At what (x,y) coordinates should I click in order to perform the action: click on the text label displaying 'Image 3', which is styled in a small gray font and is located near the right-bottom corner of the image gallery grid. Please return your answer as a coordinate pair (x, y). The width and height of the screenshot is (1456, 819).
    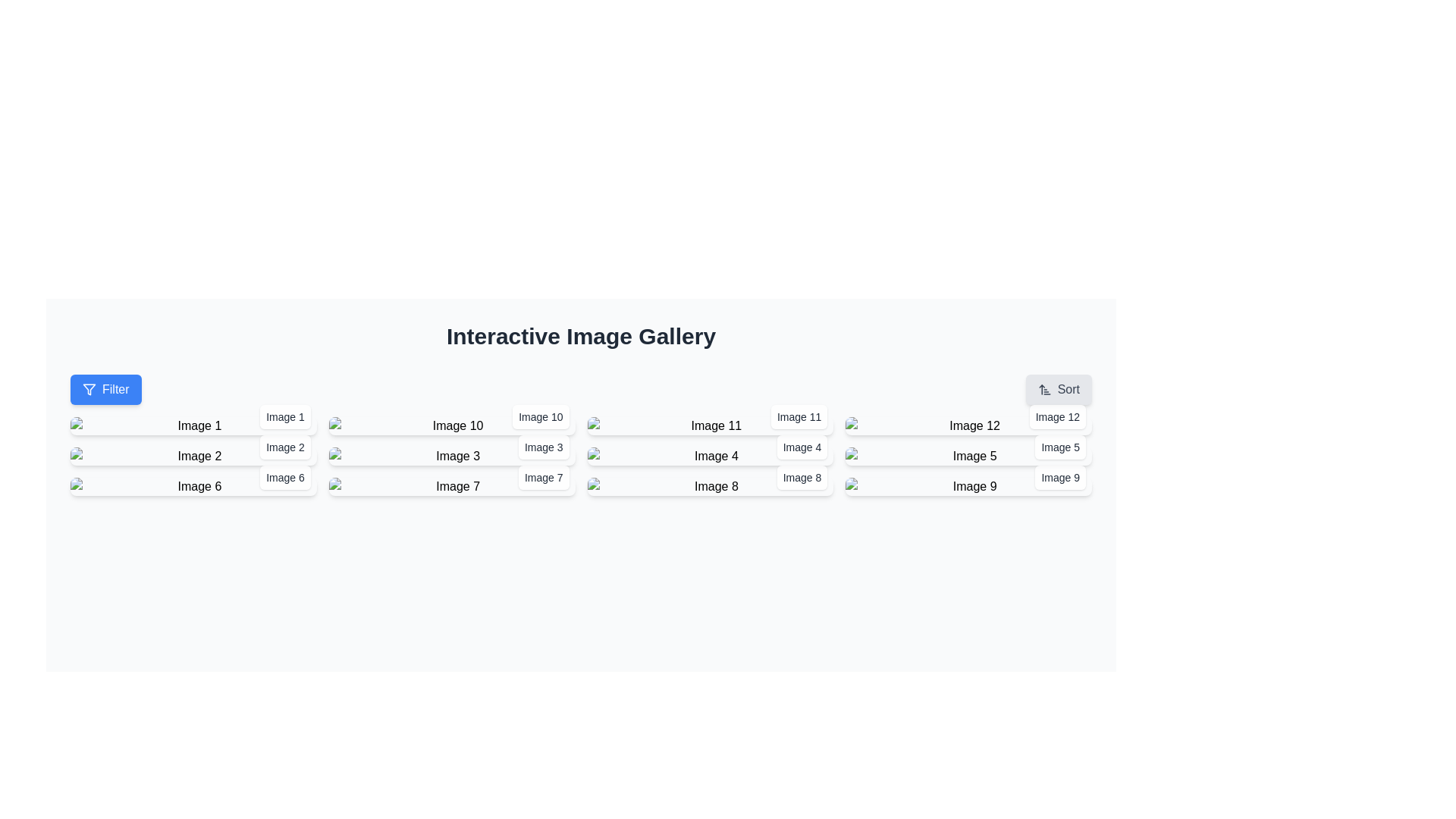
    Looking at the image, I should click on (544, 447).